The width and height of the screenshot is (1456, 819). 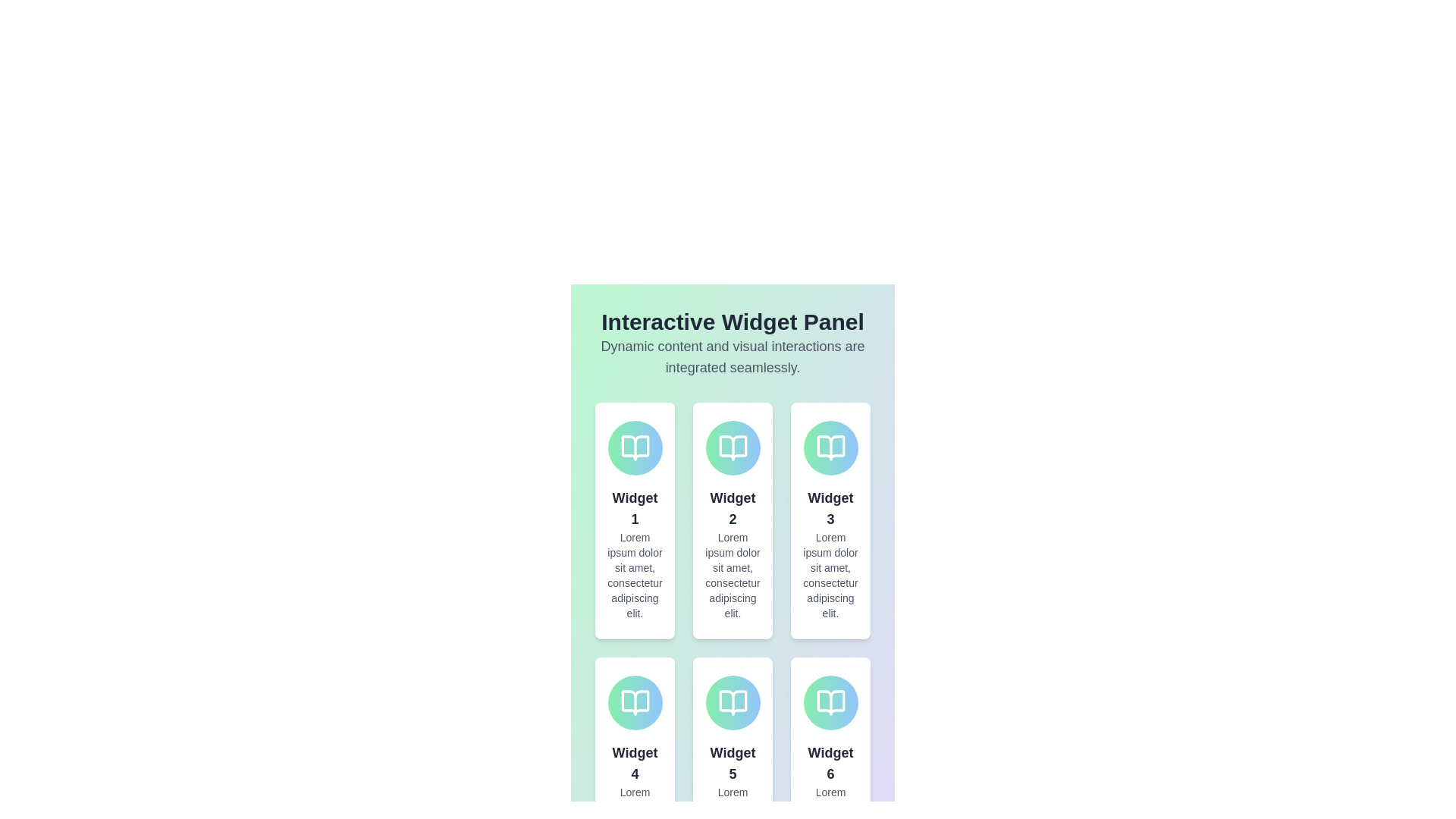 What do you see at coordinates (733, 702) in the screenshot?
I see `the open book SVG icon, which is centrally located in the fifth widget of the layout, in the second row and second column of a three-column grid, featuring a white outline against a gradient background` at bounding box center [733, 702].